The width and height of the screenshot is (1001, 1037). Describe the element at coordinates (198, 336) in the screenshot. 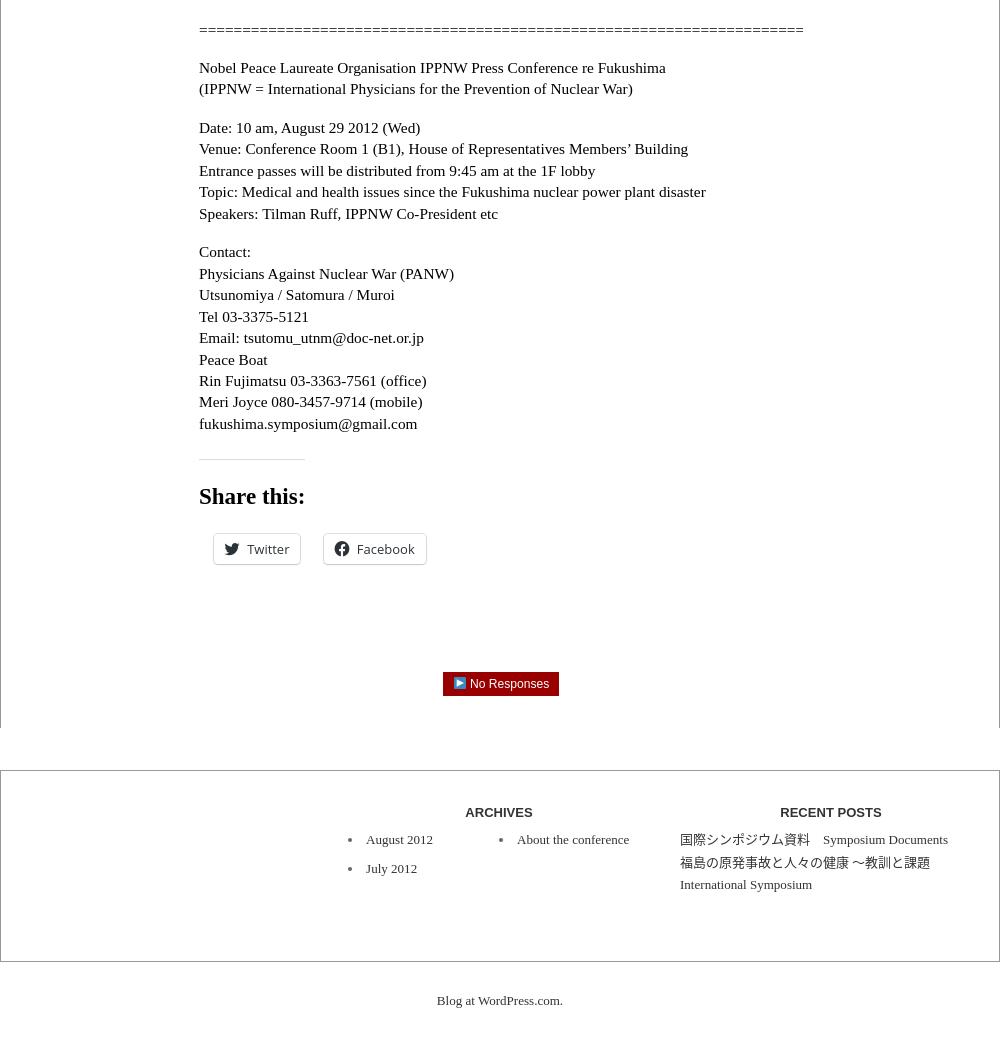

I see `'Email: tsutomu_utnm@doc-net.or.jp'` at that location.